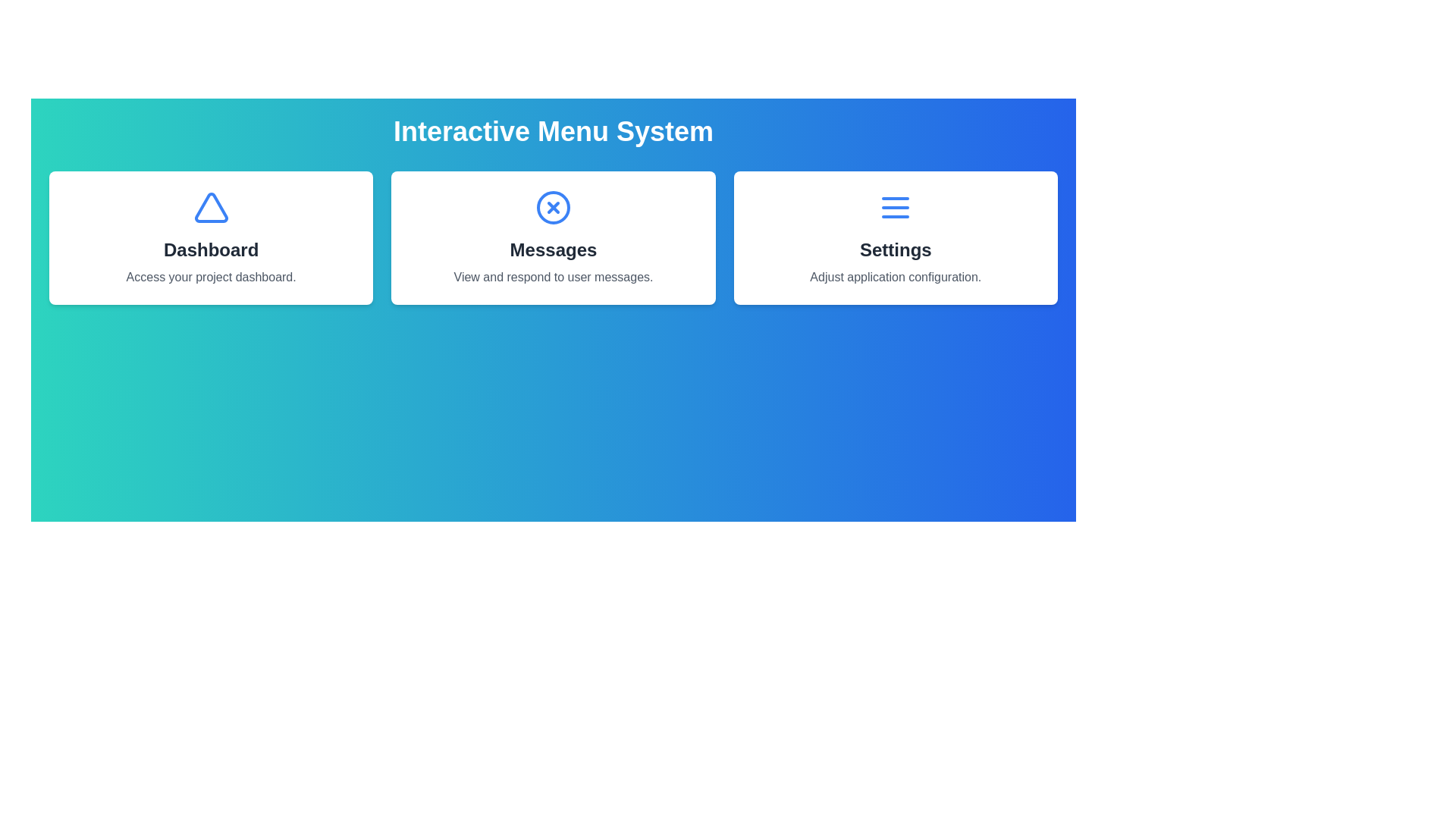 This screenshot has height=819, width=1456. What do you see at coordinates (210, 207) in the screenshot?
I see `the top-centered 'Dashboard' icon, which is the leftmost icon in a three-card layout` at bounding box center [210, 207].